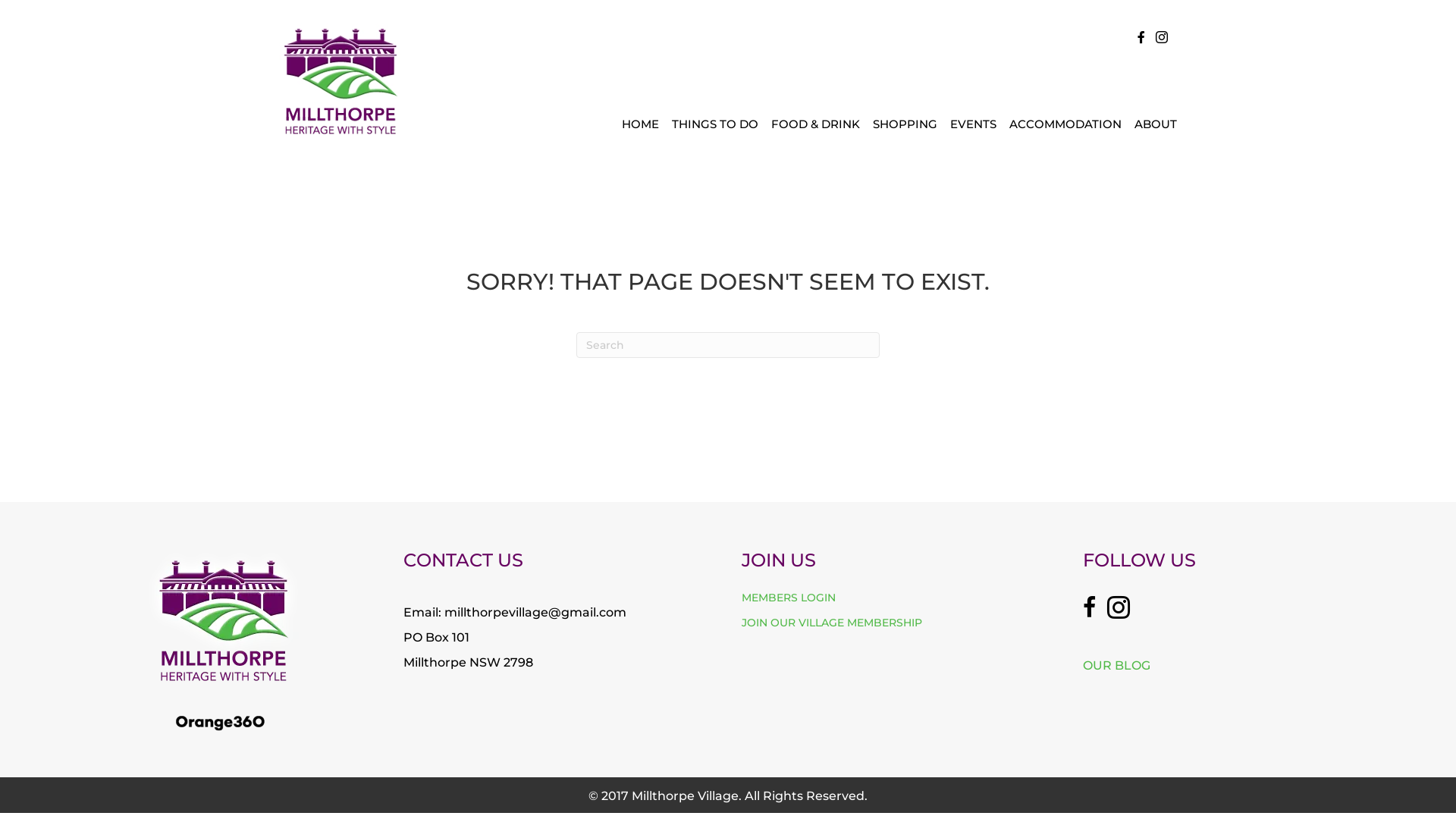  Describe the element at coordinates (1116, 664) in the screenshot. I see `'OUR BLOG'` at that location.